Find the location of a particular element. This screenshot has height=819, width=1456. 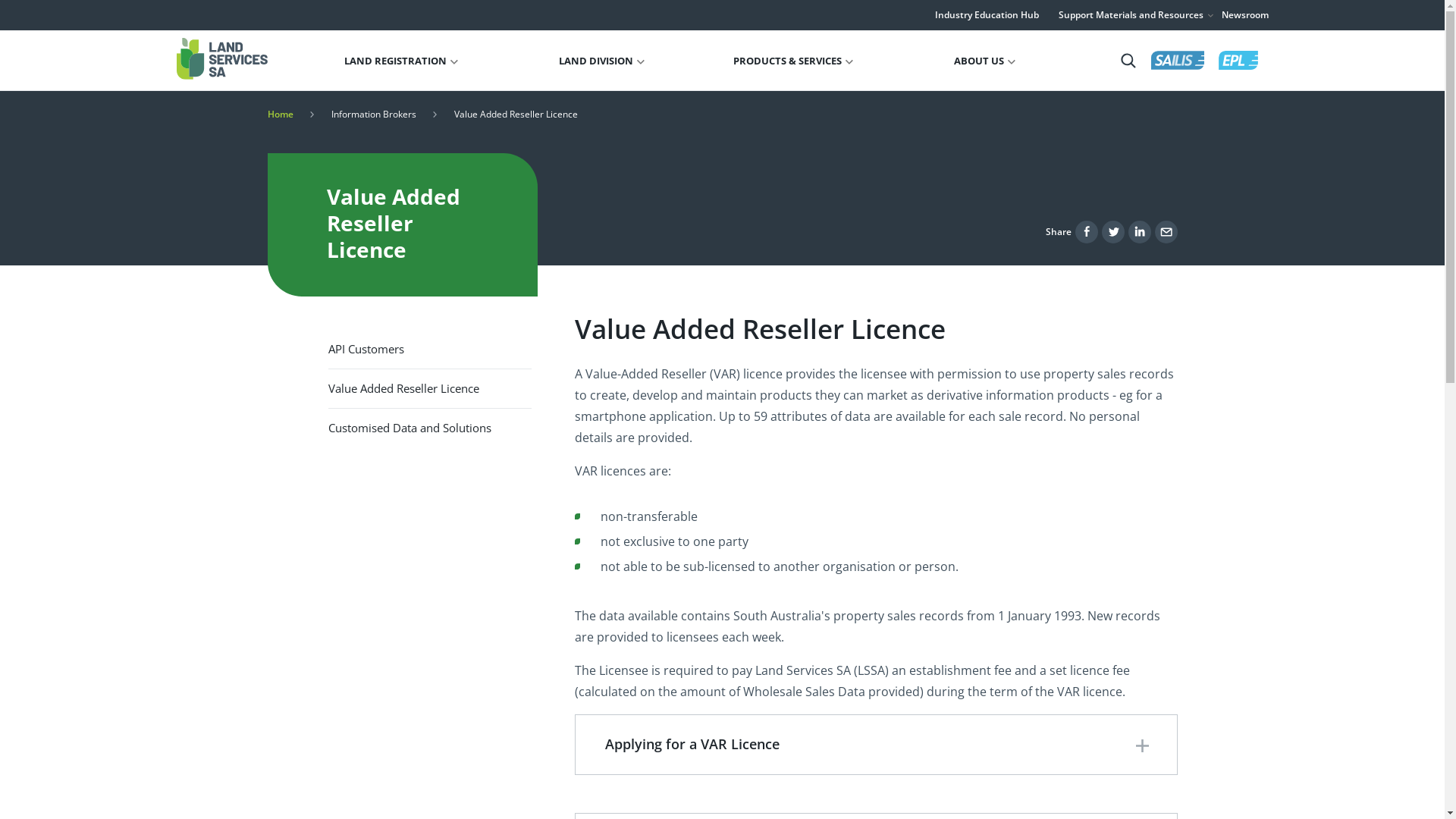

'Facebook' is located at coordinates (1086, 231).